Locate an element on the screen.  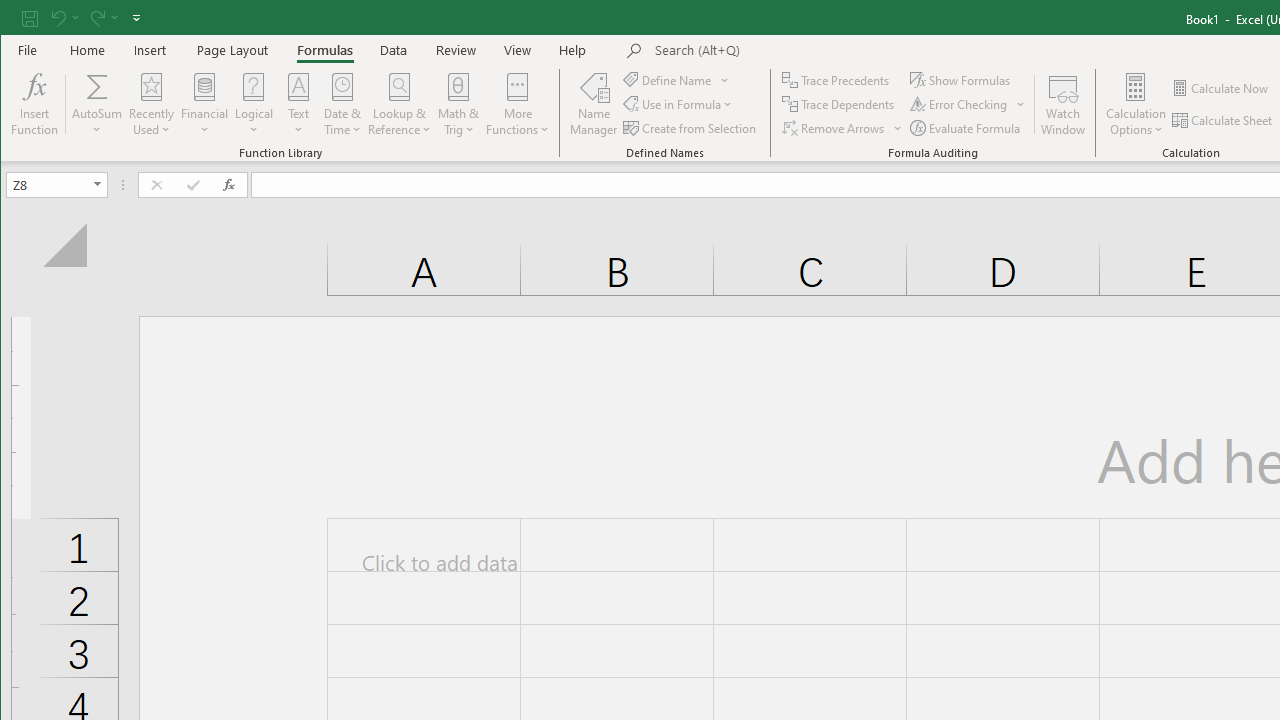
'Trace Dependents' is located at coordinates (840, 104).